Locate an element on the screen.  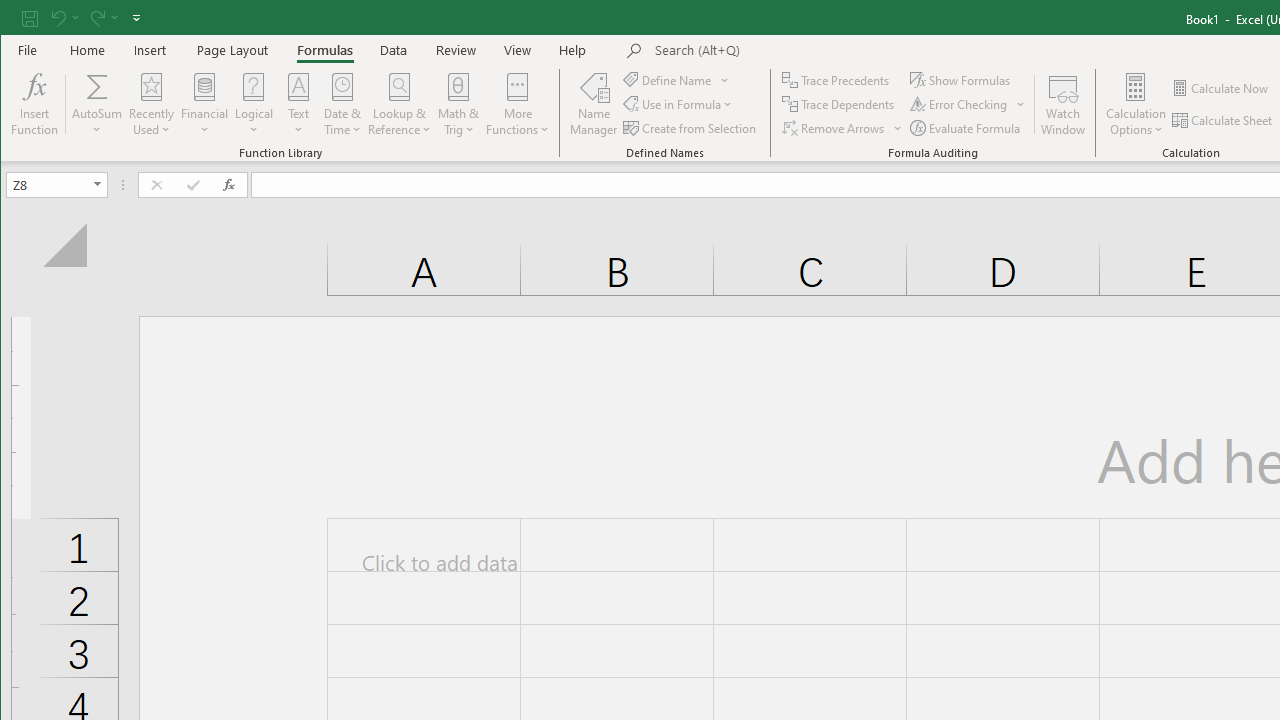
'Trace Dependents' is located at coordinates (840, 104).